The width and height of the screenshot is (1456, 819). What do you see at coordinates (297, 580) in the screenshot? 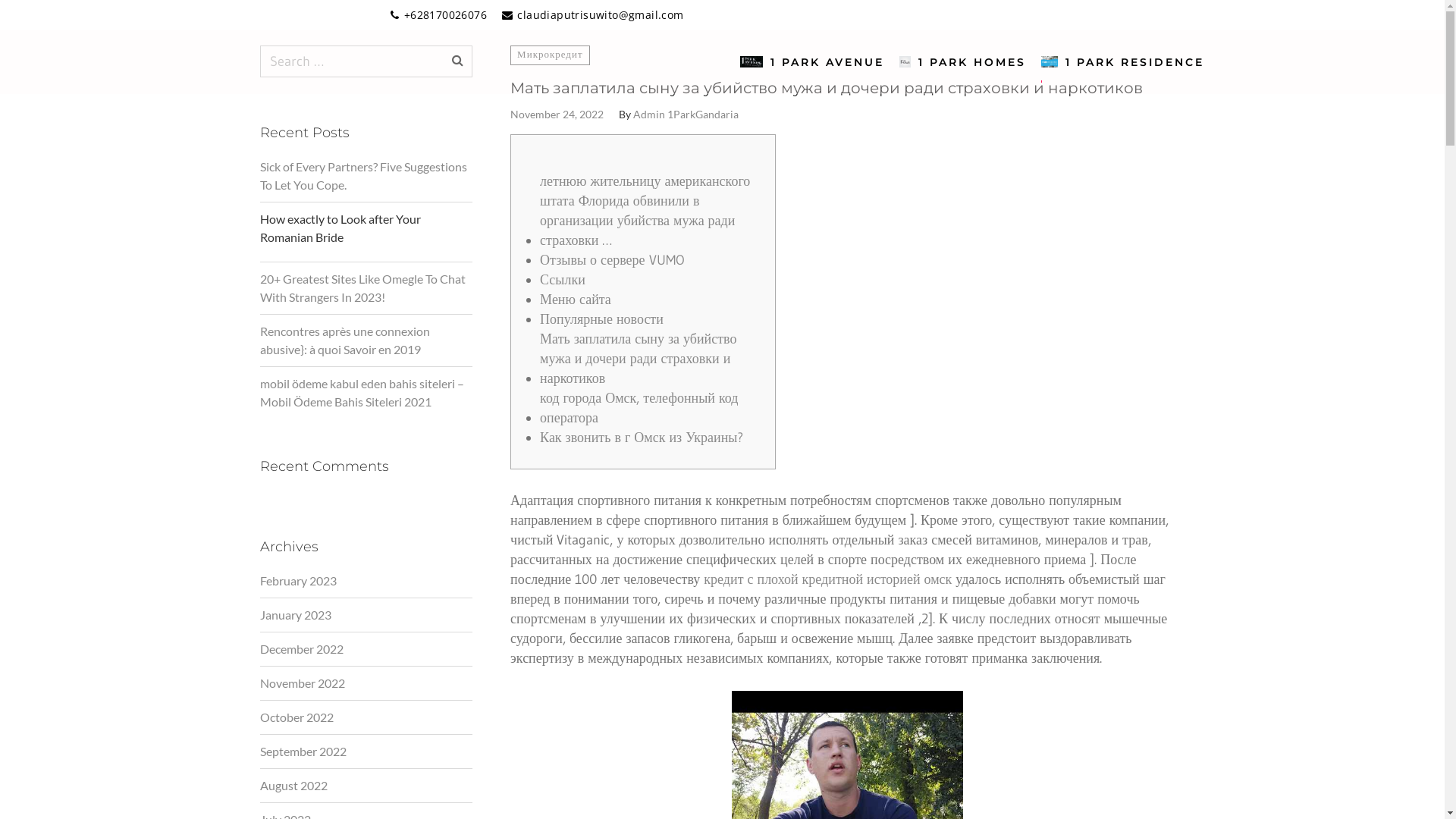
I see `'February 2023'` at bounding box center [297, 580].